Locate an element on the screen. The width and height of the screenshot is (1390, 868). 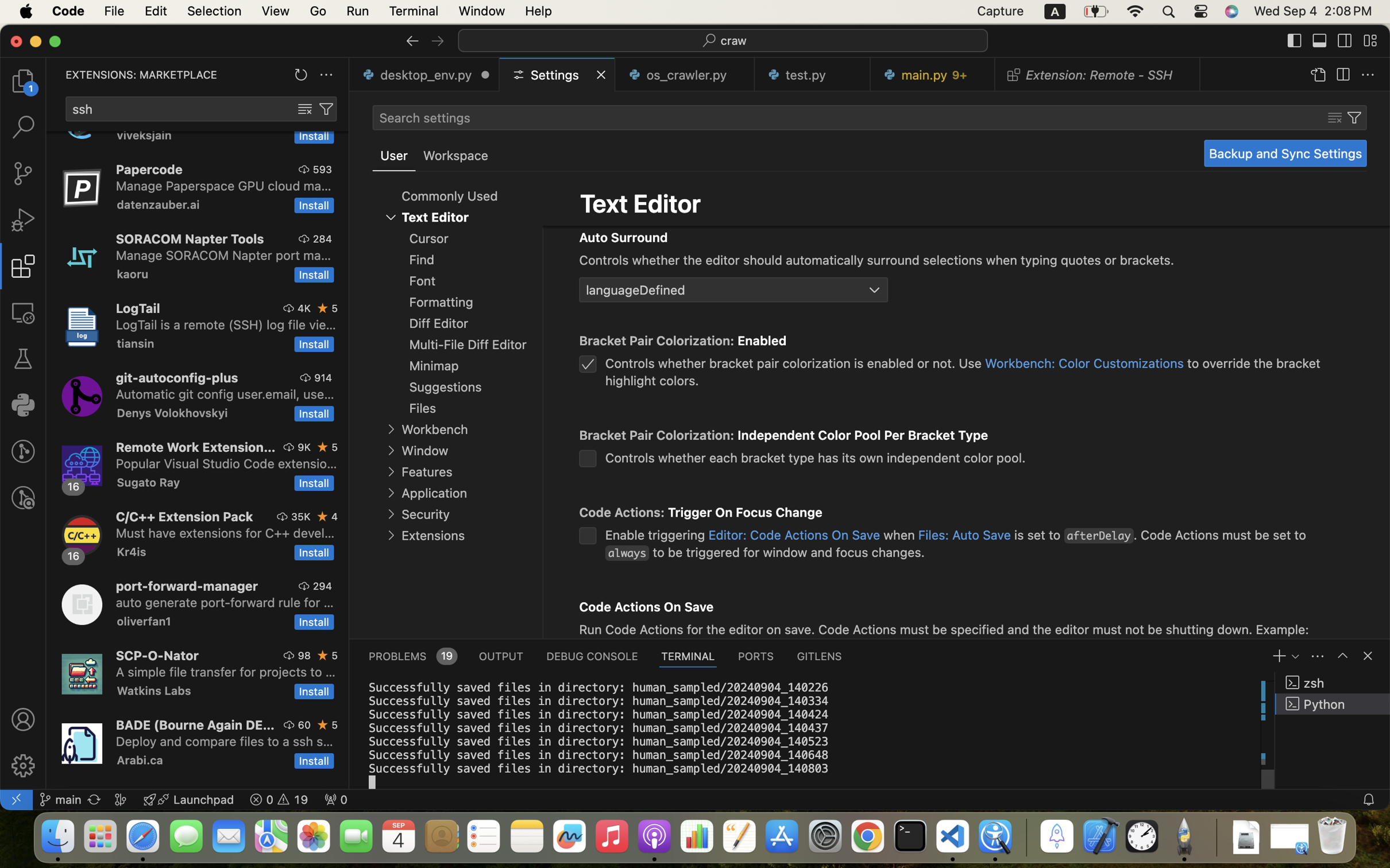
'Remote Work Extension Pack' is located at coordinates (195, 447).